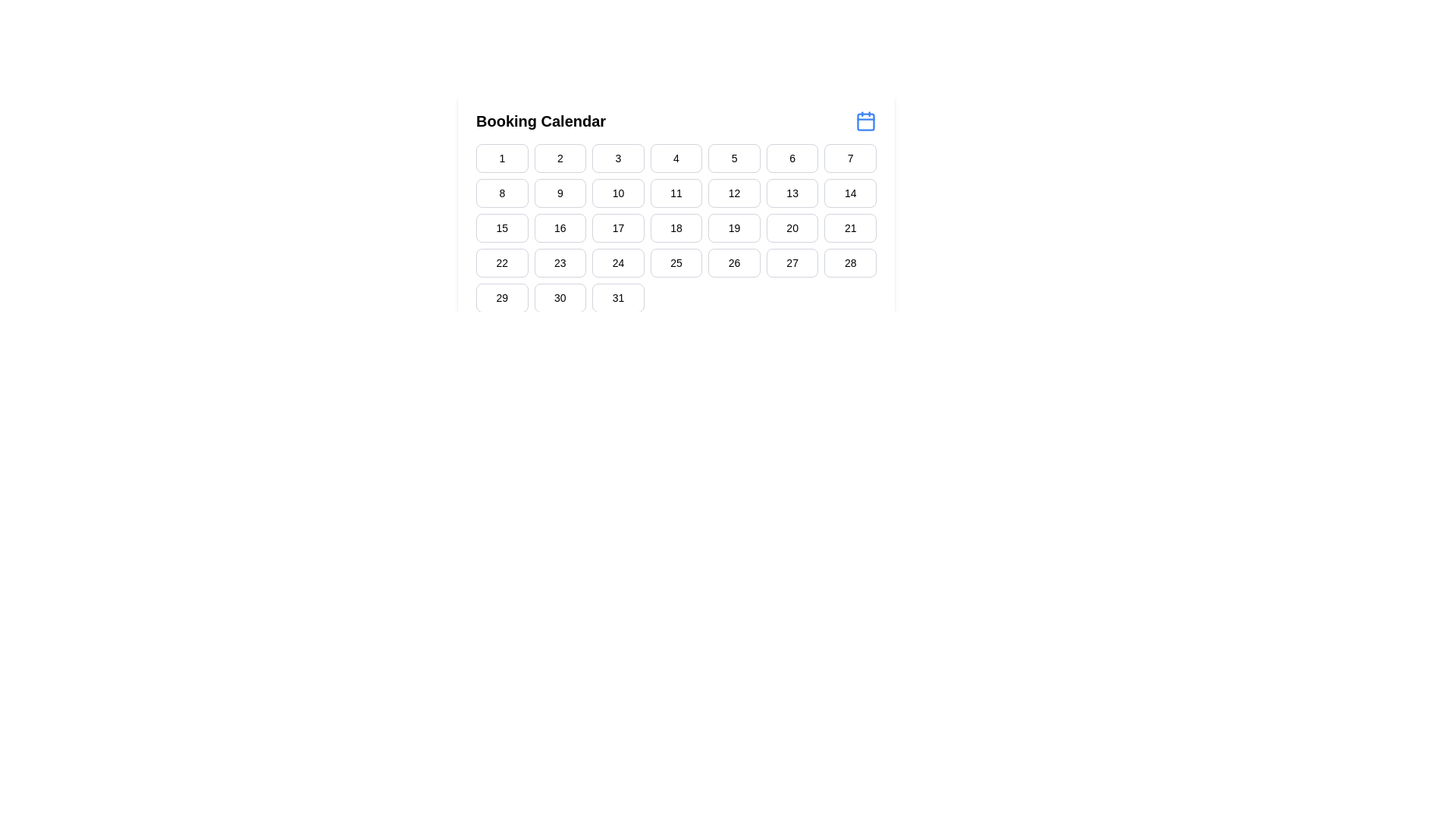  I want to click on the calendar icon located to the right of the 'Booking Calendar' title in the header section, so click(866, 120).